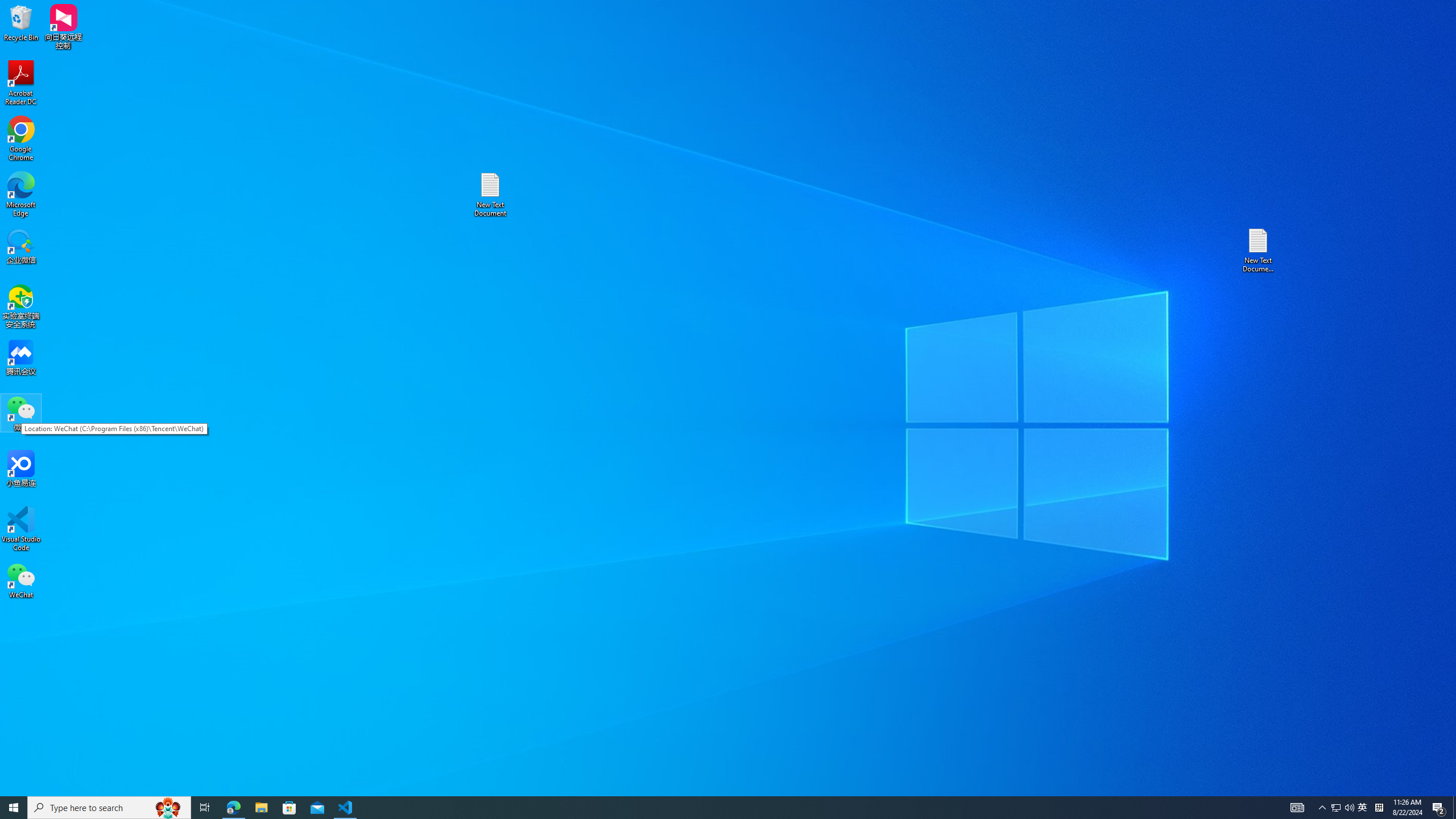 The width and height of the screenshot is (1456, 819). What do you see at coordinates (289, 806) in the screenshot?
I see `'Microsoft Store'` at bounding box center [289, 806].